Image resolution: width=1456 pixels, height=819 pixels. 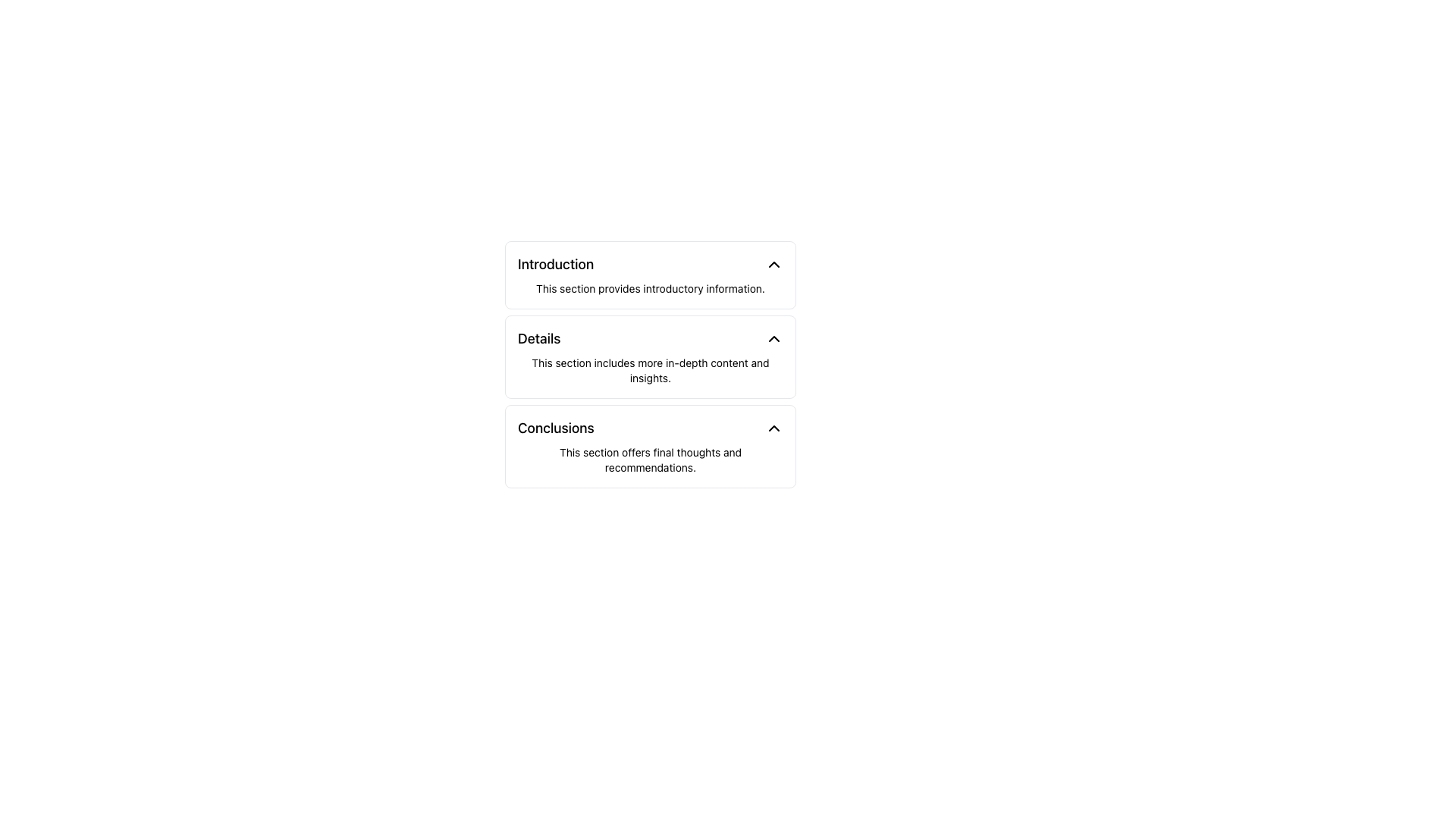 I want to click on the Chevron Icon that collapses the 'Introduction' section, located in the upper right corner of the section, so click(x=774, y=263).